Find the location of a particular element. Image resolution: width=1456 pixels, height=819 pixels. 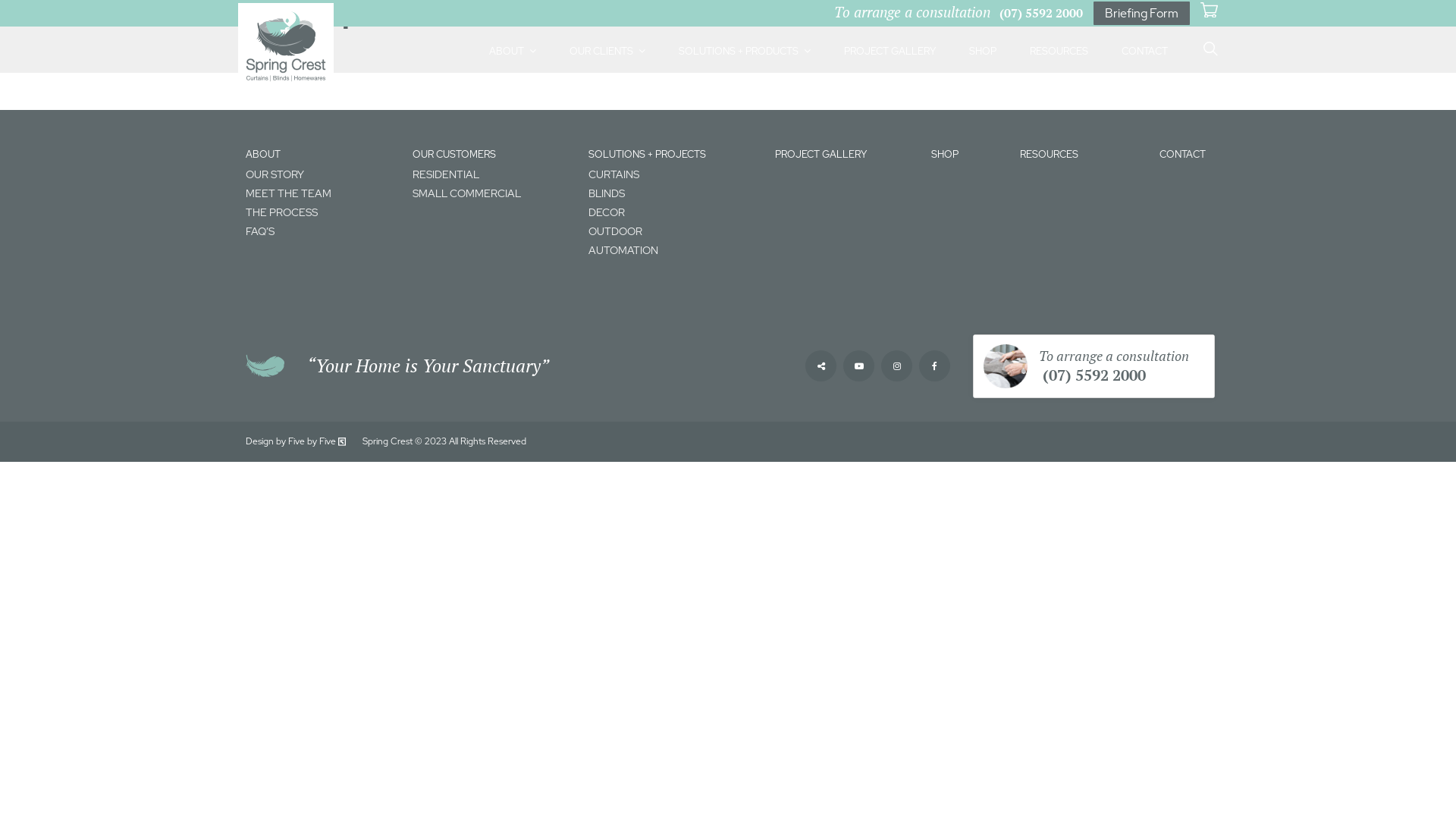

'RESIDENTIAL' is located at coordinates (493, 174).